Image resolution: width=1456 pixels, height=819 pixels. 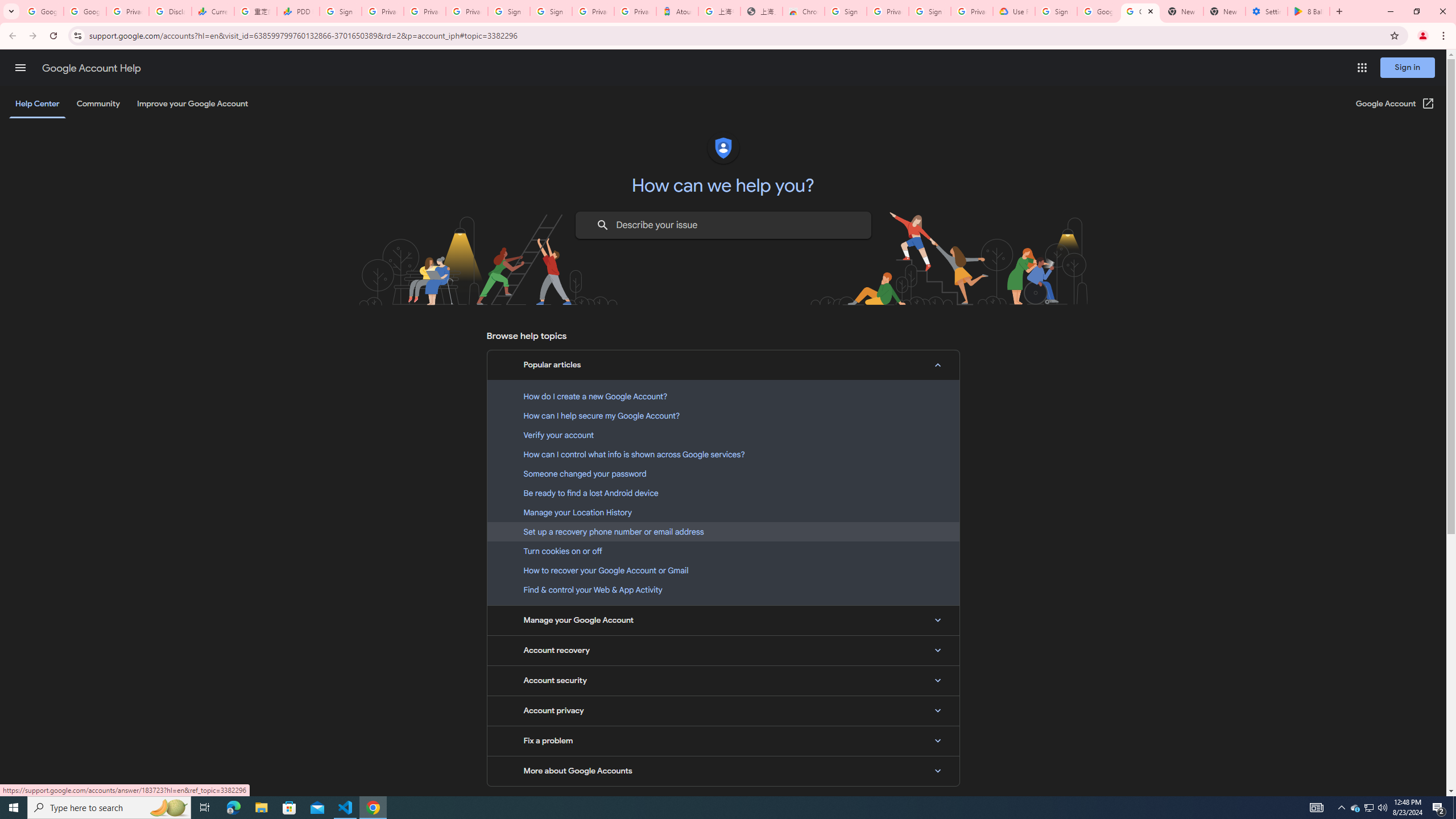 I want to click on 'Account recovery', so click(x=723, y=650).